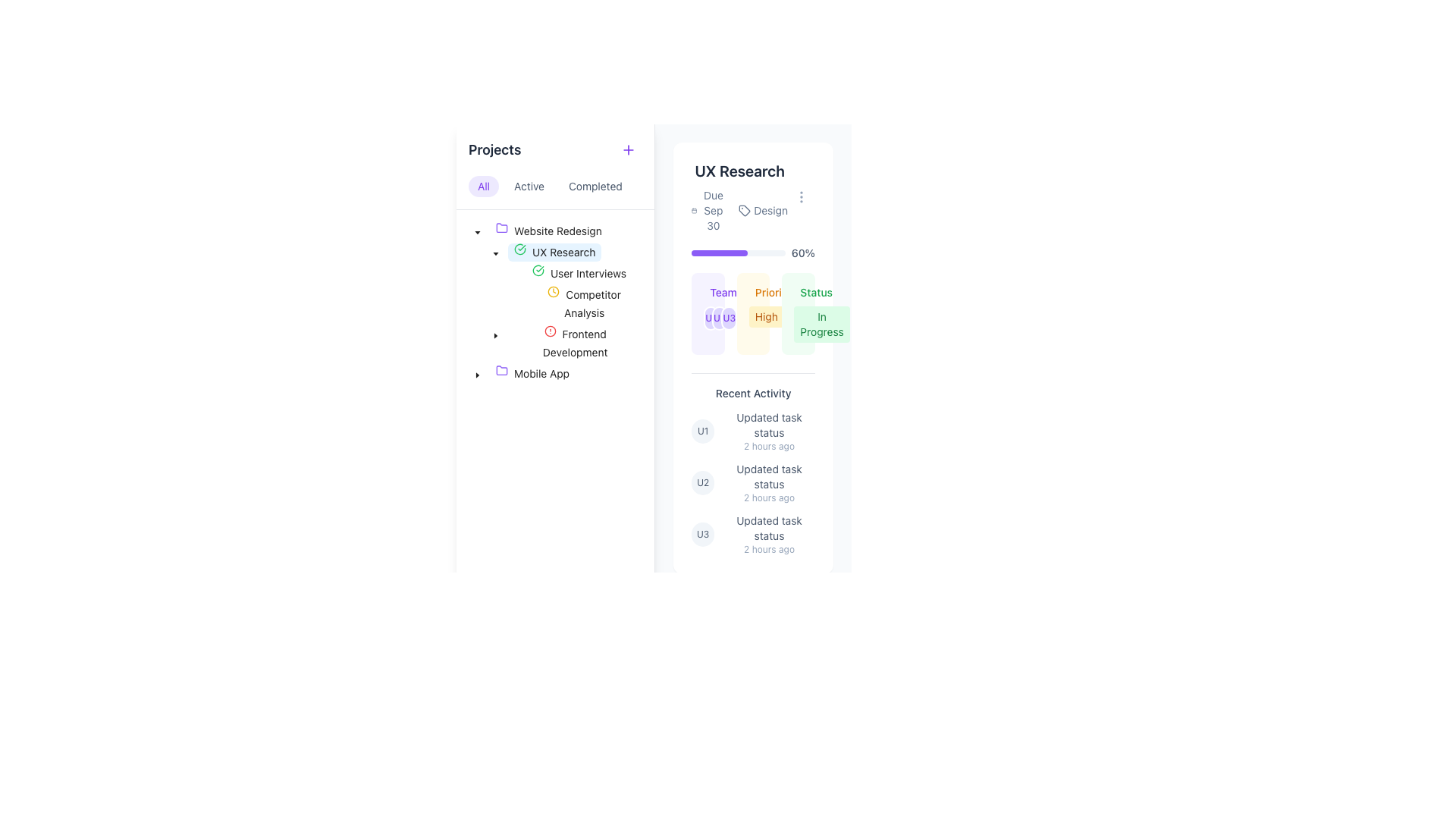 The height and width of the screenshot is (819, 1456). What do you see at coordinates (588, 273) in the screenshot?
I see `the 'User Interviews' text label` at bounding box center [588, 273].